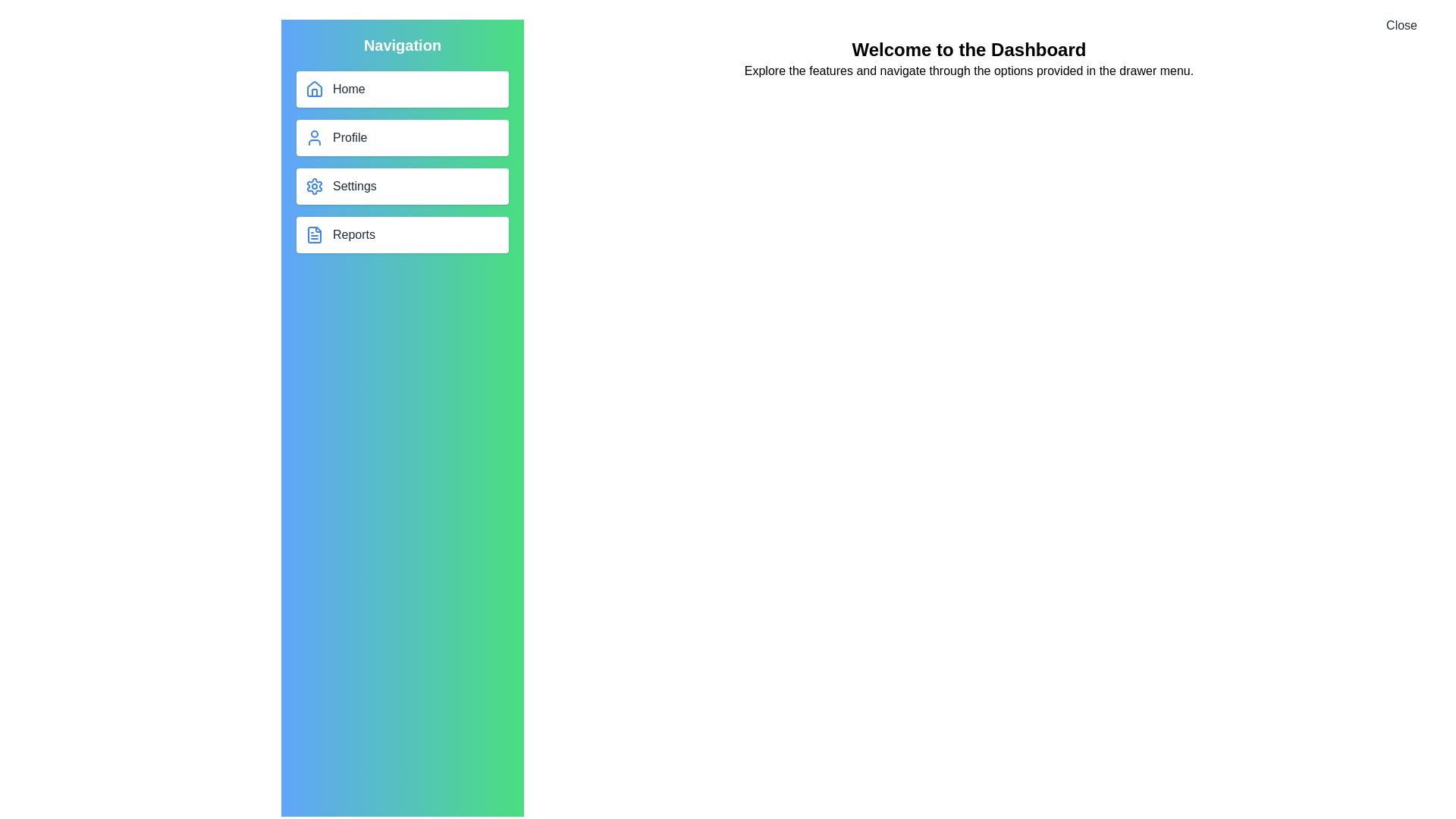 This screenshot has width=1456, height=819. I want to click on 'Close' button to close the drawer, so click(1401, 26).